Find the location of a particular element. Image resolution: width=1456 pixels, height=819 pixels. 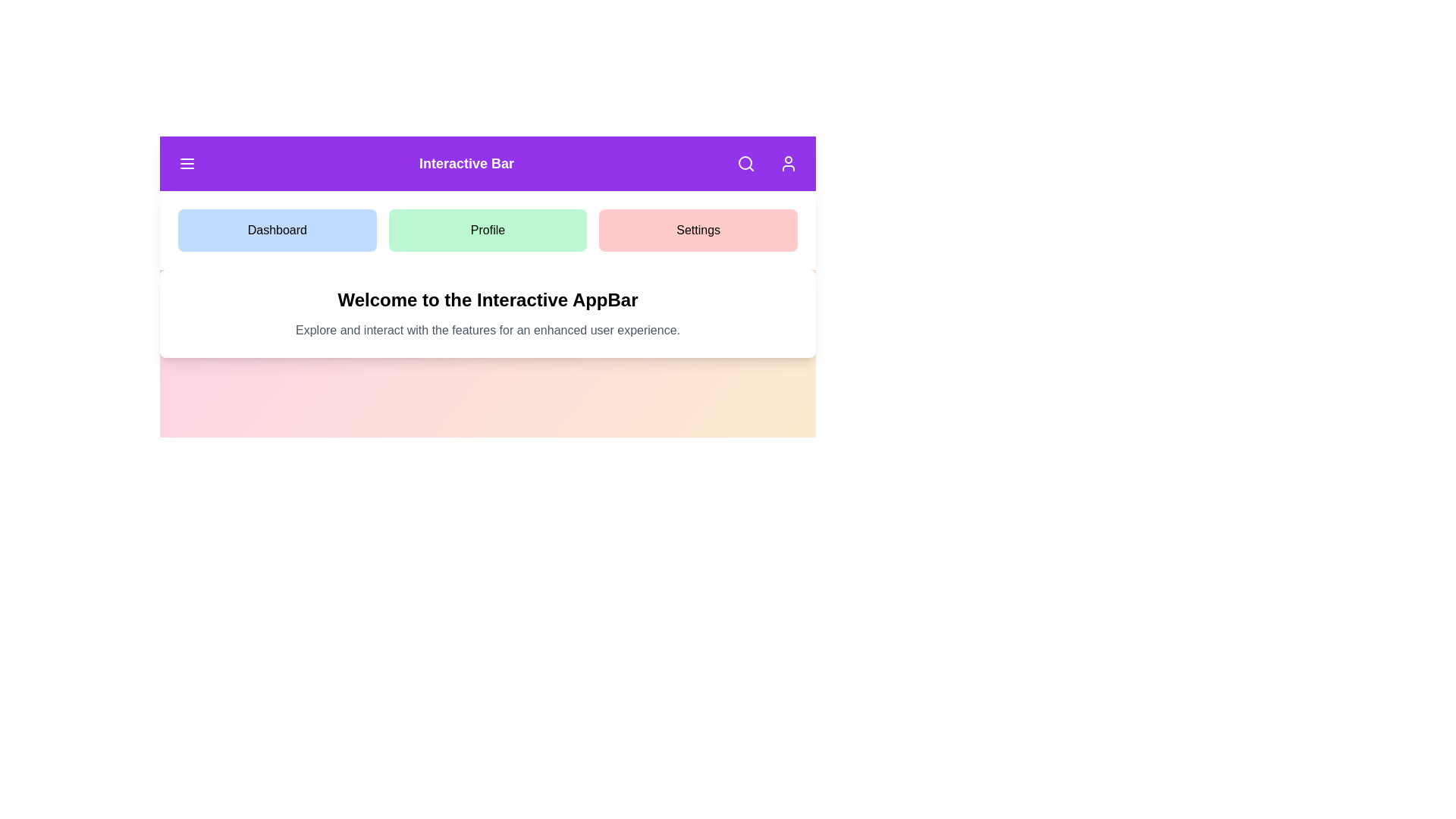

the search icon to access the search feature is located at coordinates (745, 164).